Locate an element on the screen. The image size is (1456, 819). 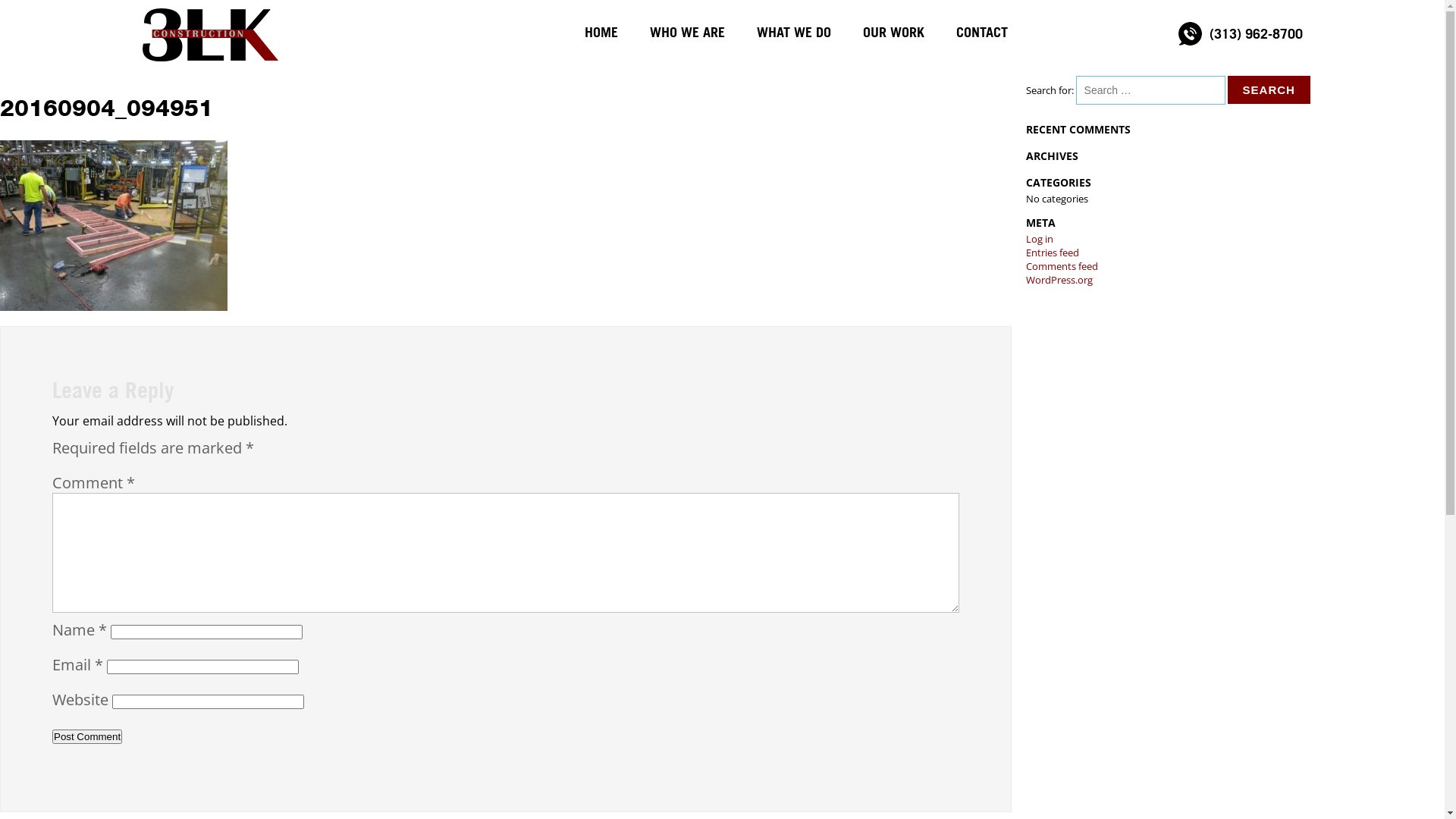
'OUR WORK' is located at coordinates (893, 32).